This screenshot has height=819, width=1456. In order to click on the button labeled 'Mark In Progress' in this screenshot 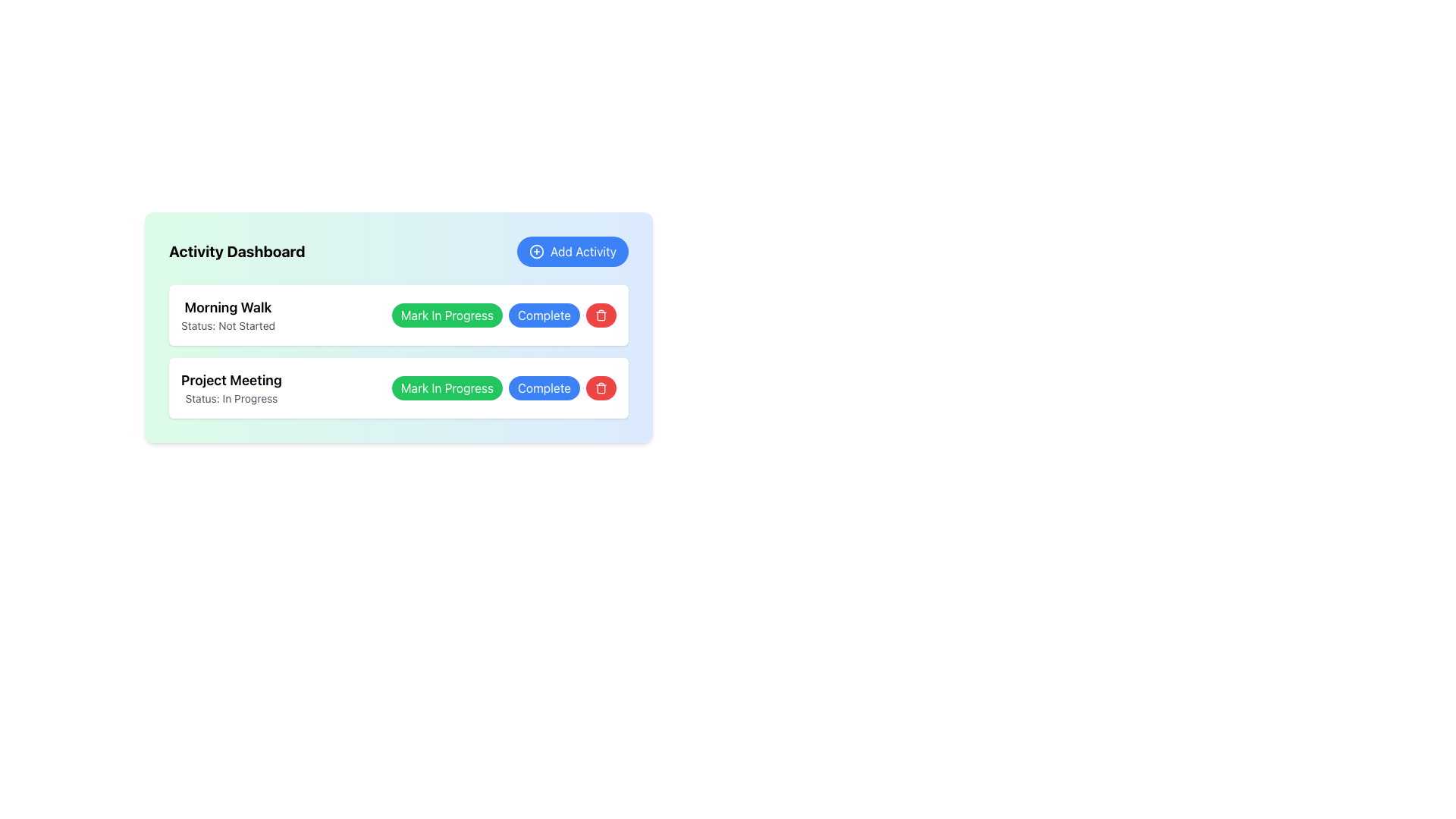, I will do `click(446, 388)`.